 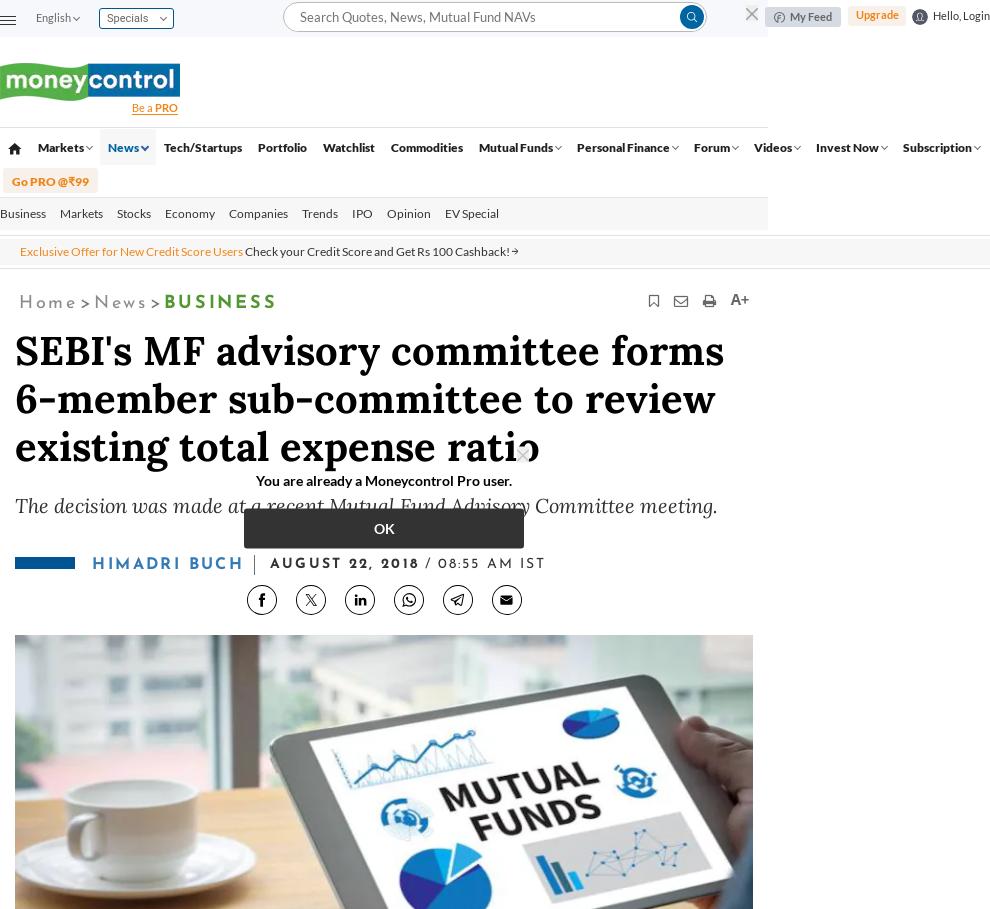 I want to click on 'Upgrade', so click(x=876, y=13).